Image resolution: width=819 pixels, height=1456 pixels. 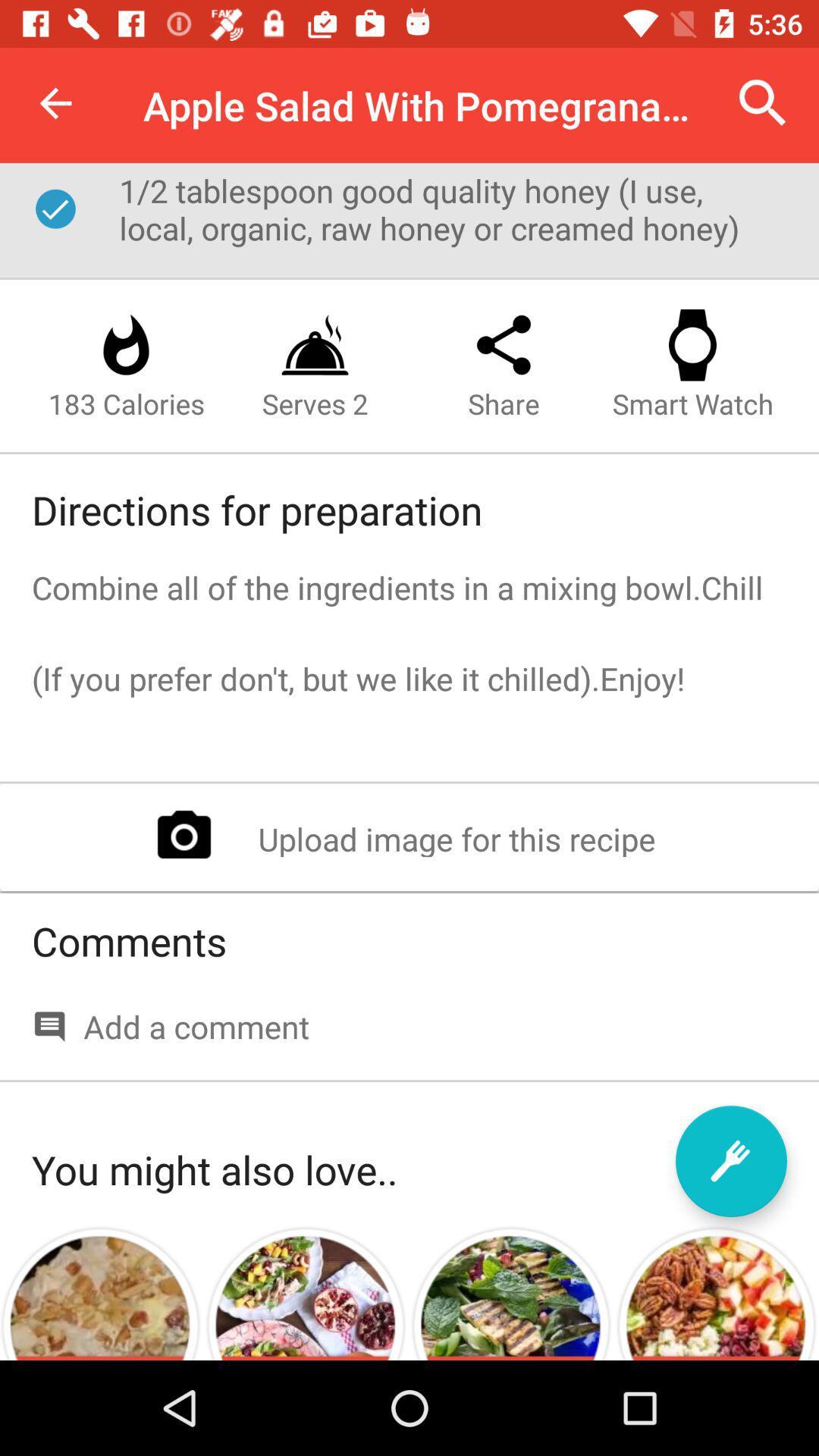 What do you see at coordinates (730, 1160) in the screenshot?
I see `the edit icon` at bounding box center [730, 1160].